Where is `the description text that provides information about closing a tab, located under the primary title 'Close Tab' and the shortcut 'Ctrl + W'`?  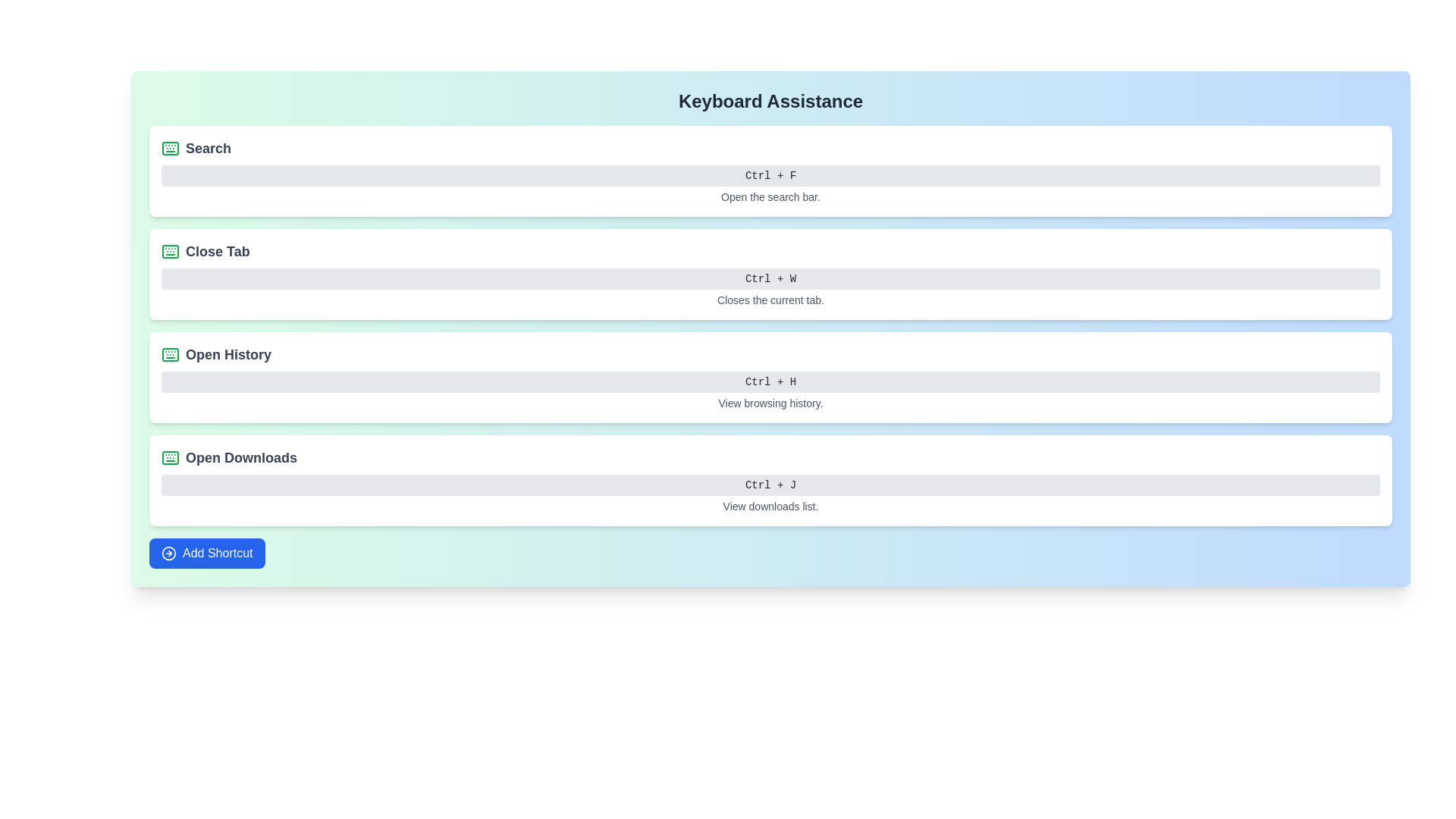 the description text that provides information about closing a tab, located under the primary title 'Close Tab' and the shortcut 'Ctrl + W' is located at coordinates (770, 300).